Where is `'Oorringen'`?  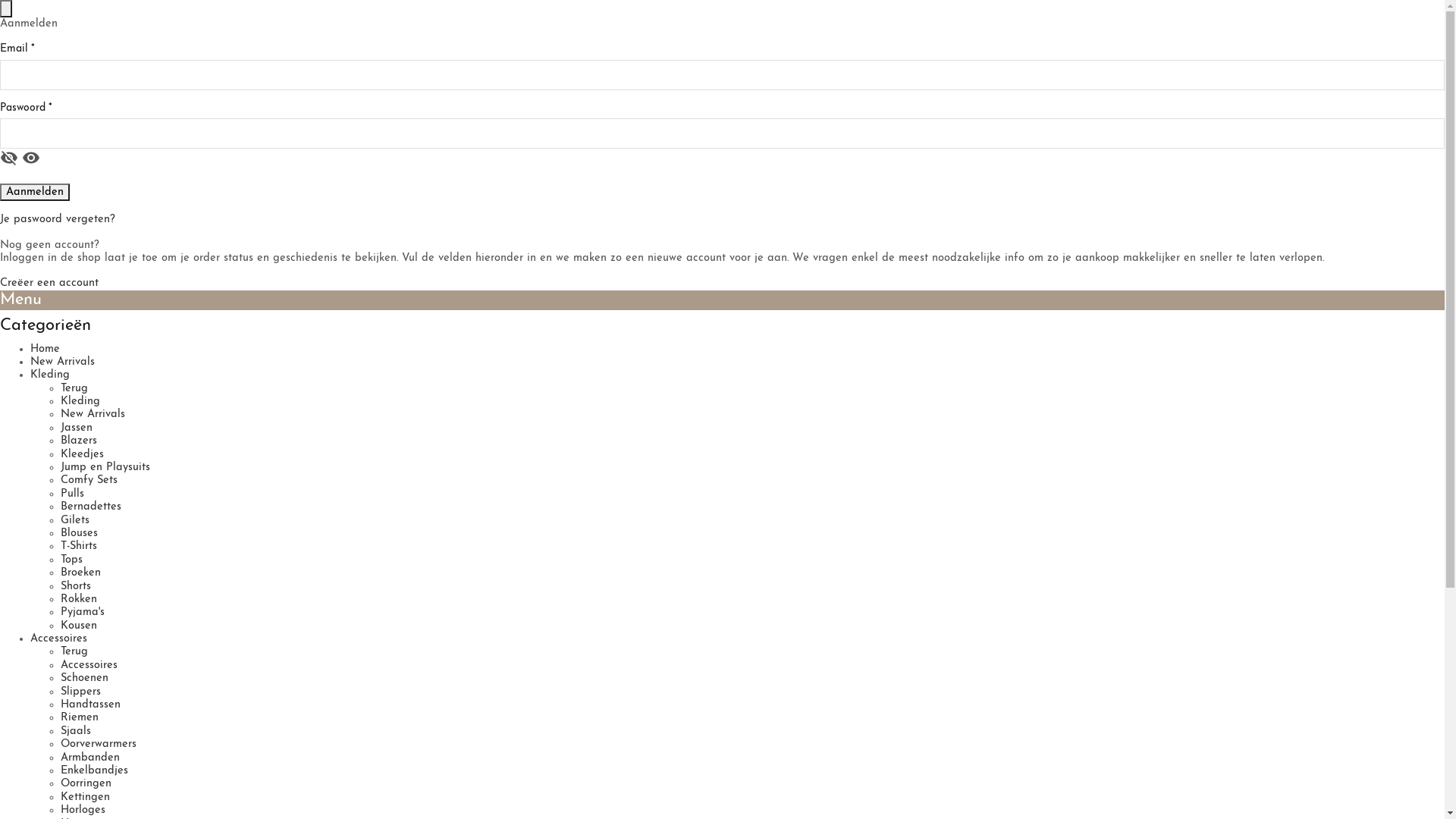
'Oorringen' is located at coordinates (85, 783).